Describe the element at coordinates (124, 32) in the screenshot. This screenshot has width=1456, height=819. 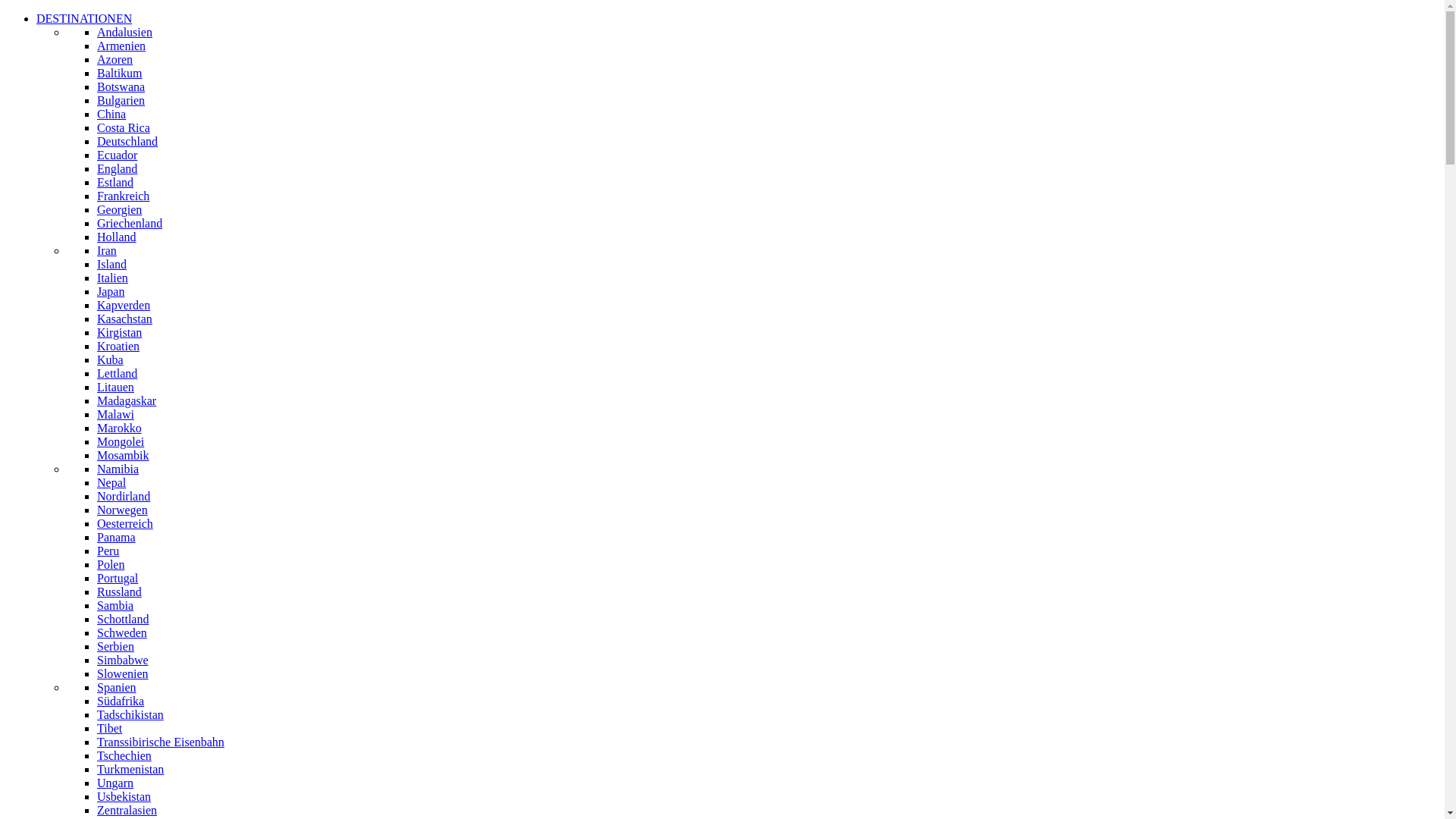
I see `'Andalusien'` at that location.